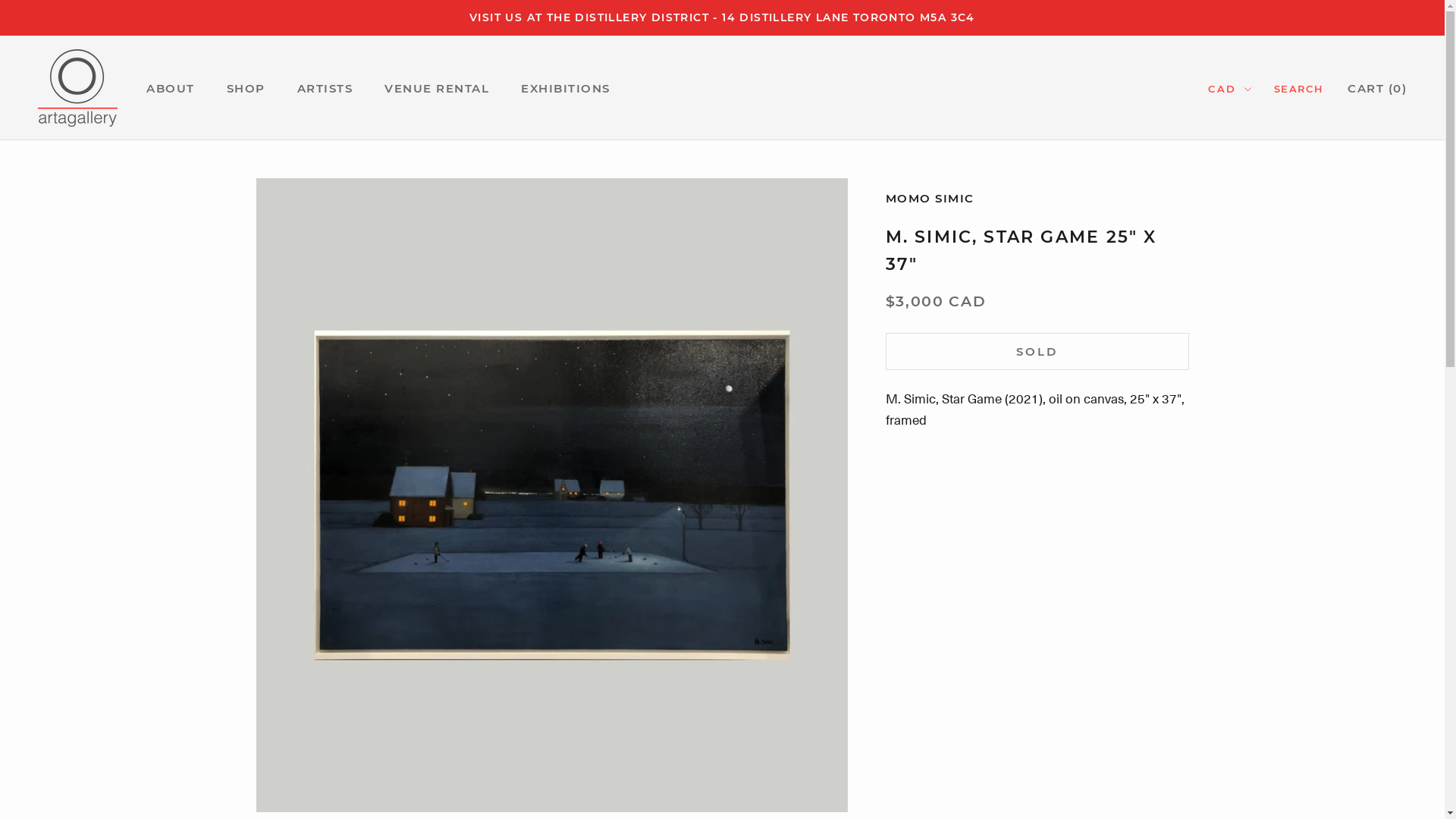  What do you see at coordinates (171, 88) in the screenshot?
I see `'ABOUT'` at bounding box center [171, 88].